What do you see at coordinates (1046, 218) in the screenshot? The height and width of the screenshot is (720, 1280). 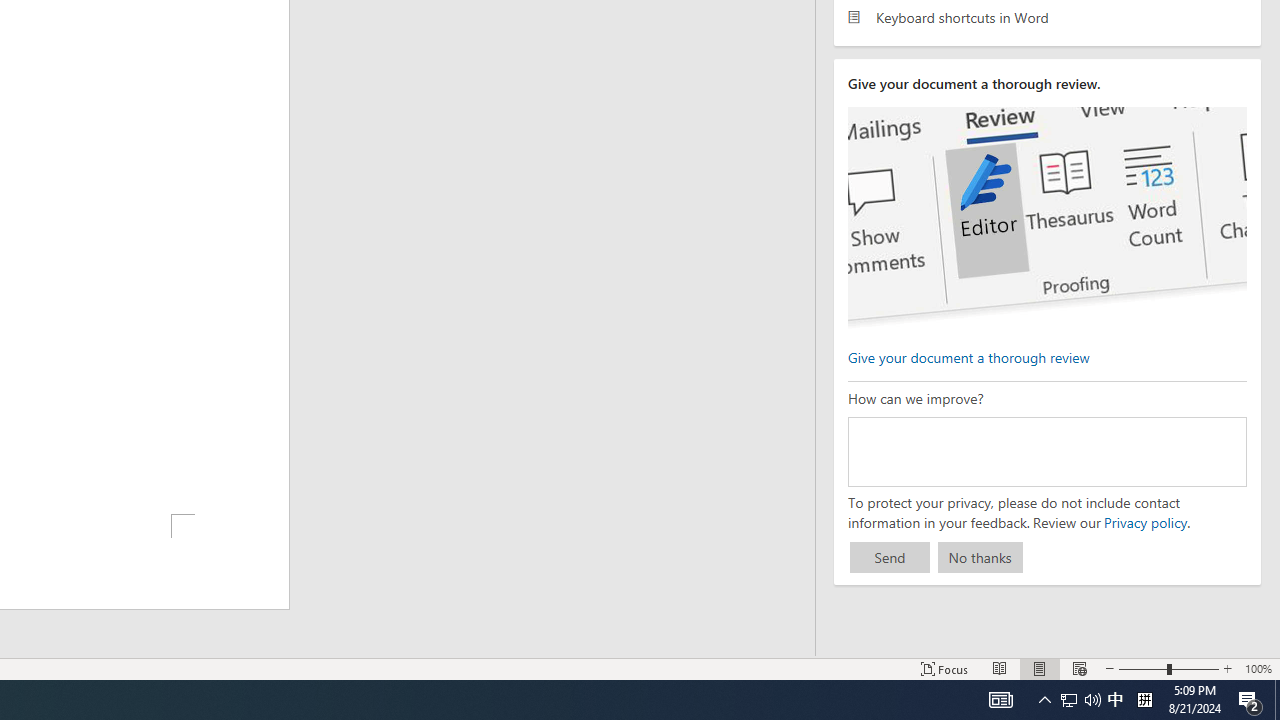 I see `'editor ui screenshot'` at bounding box center [1046, 218].